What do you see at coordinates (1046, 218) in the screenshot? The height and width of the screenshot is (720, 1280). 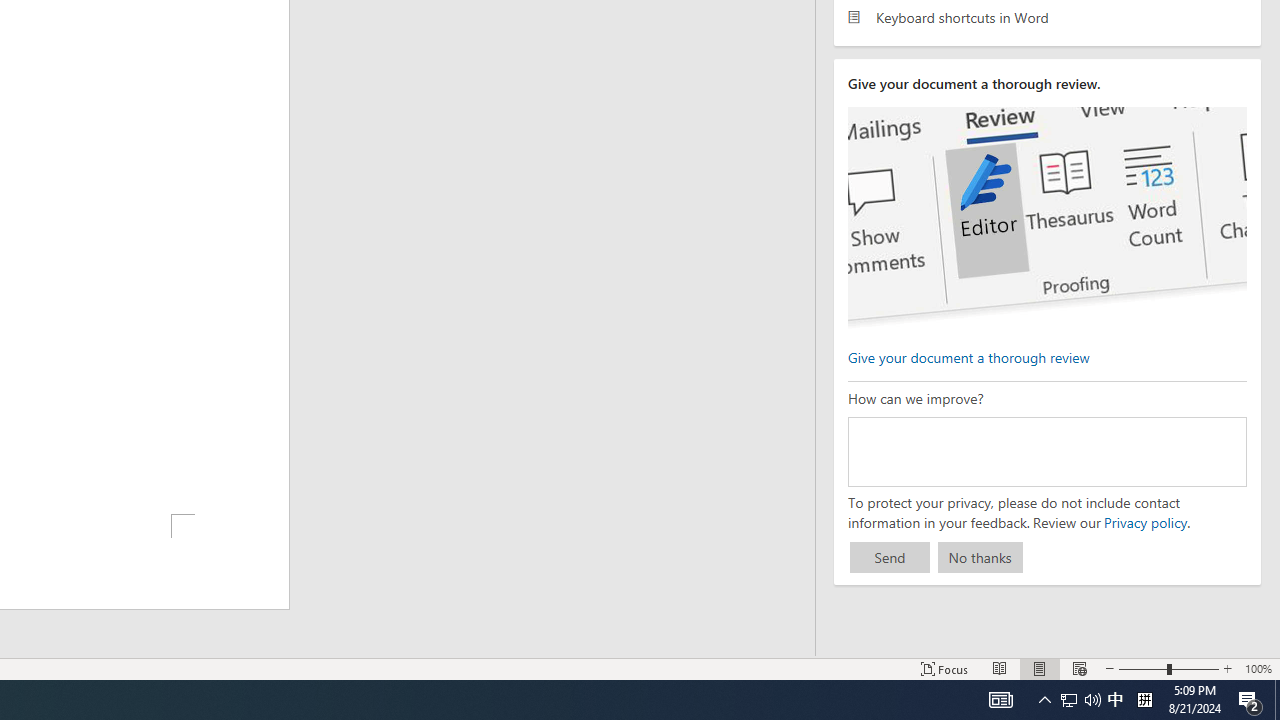 I see `'editor ui screenshot'` at bounding box center [1046, 218].